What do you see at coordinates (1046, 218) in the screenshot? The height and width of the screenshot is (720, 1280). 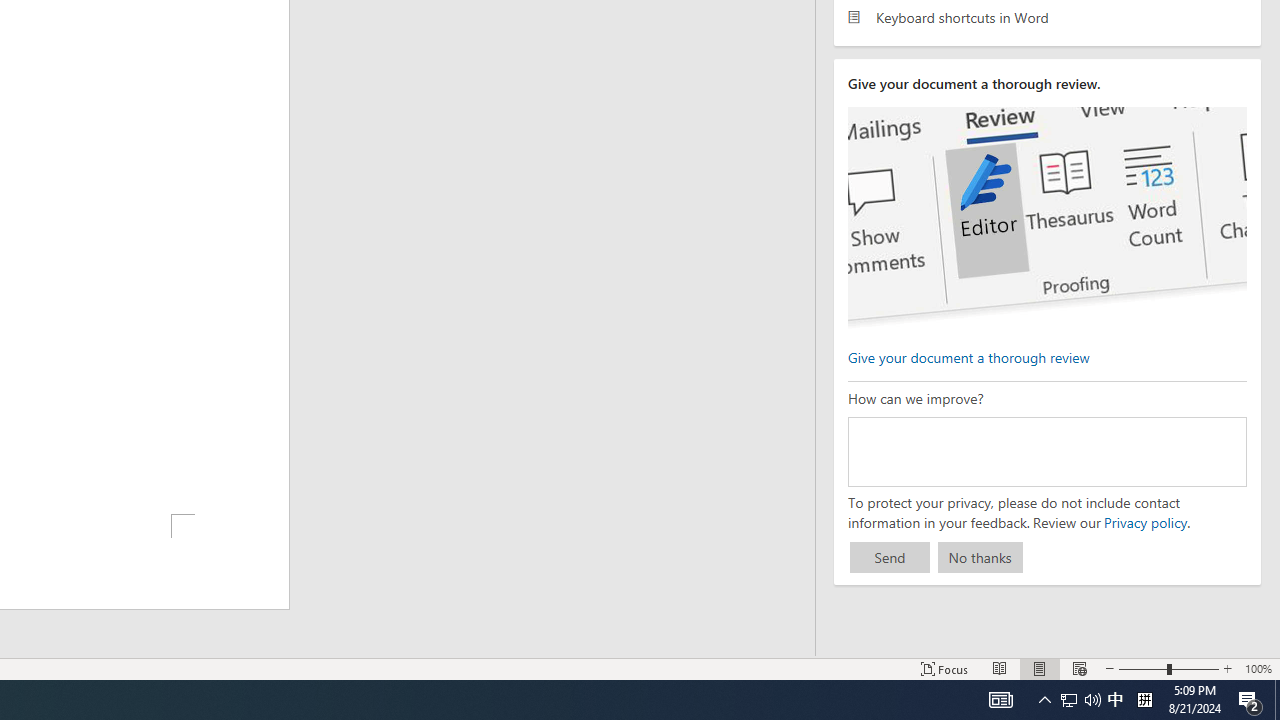 I see `'editor ui screenshot'` at bounding box center [1046, 218].